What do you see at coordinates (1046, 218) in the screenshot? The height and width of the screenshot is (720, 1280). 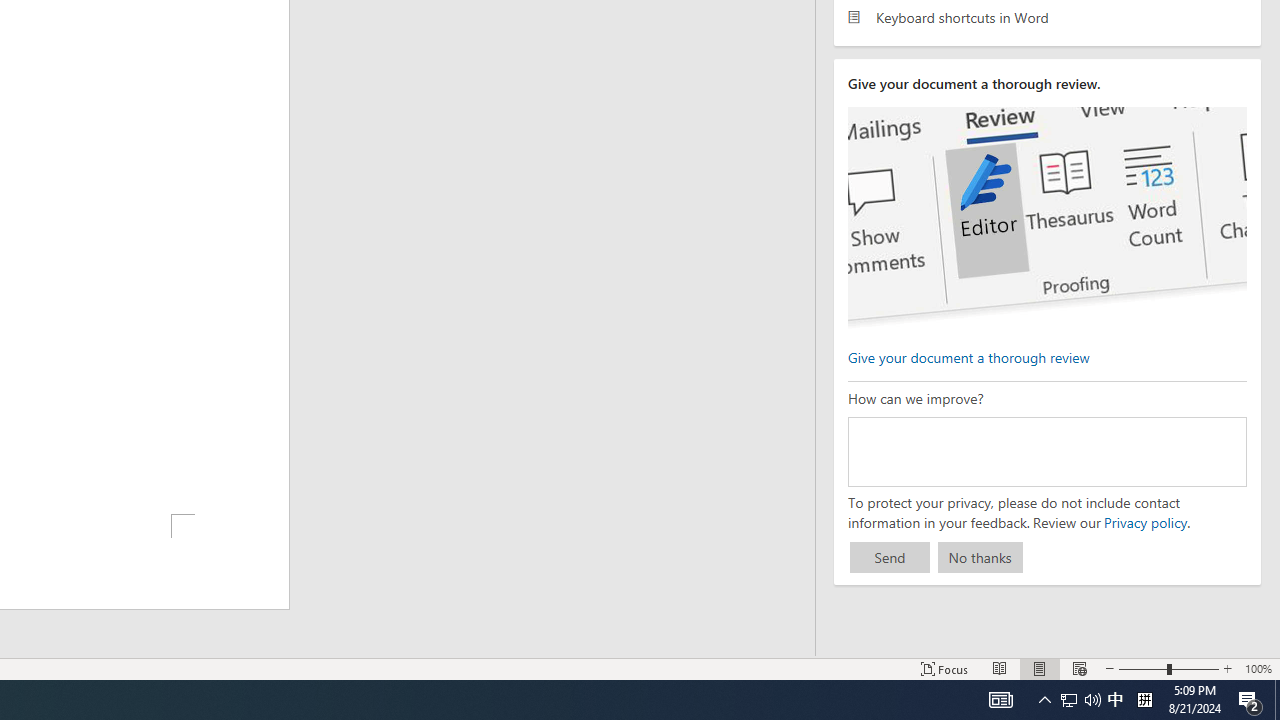 I see `'editor ui screenshot'` at bounding box center [1046, 218].